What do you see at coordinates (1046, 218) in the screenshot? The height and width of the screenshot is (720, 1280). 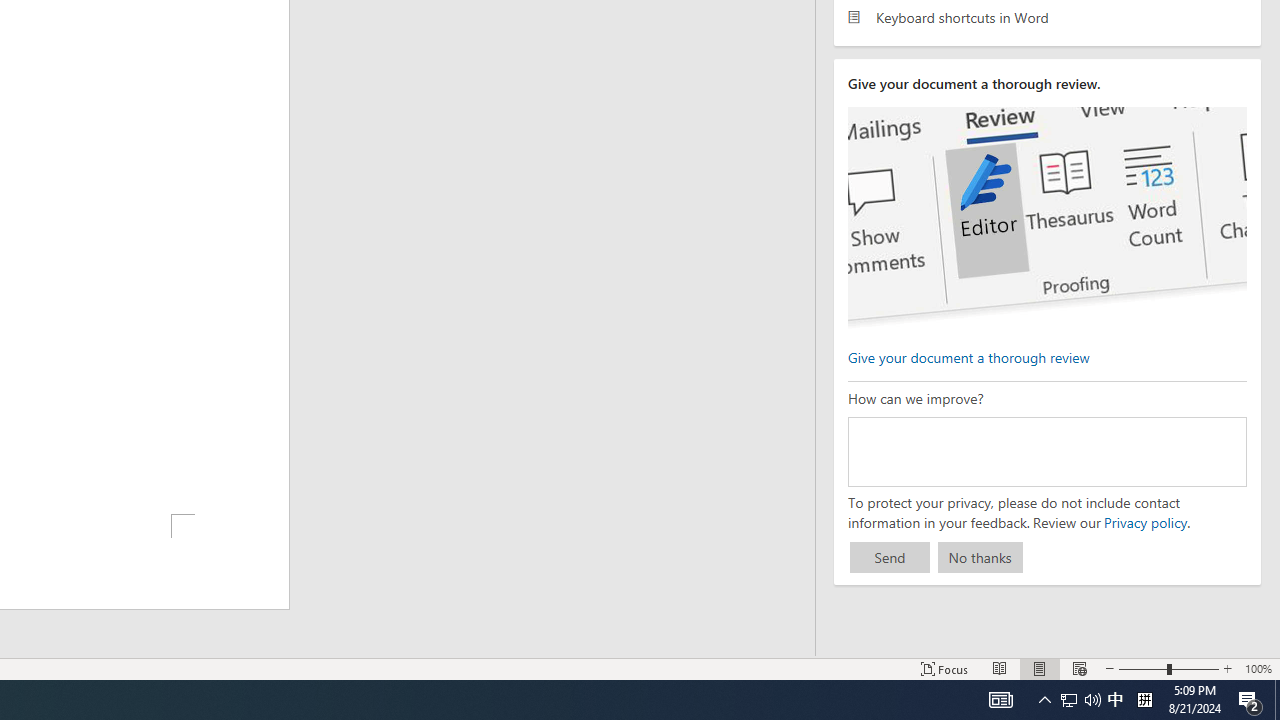 I see `'editor ui screenshot'` at bounding box center [1046, 218].